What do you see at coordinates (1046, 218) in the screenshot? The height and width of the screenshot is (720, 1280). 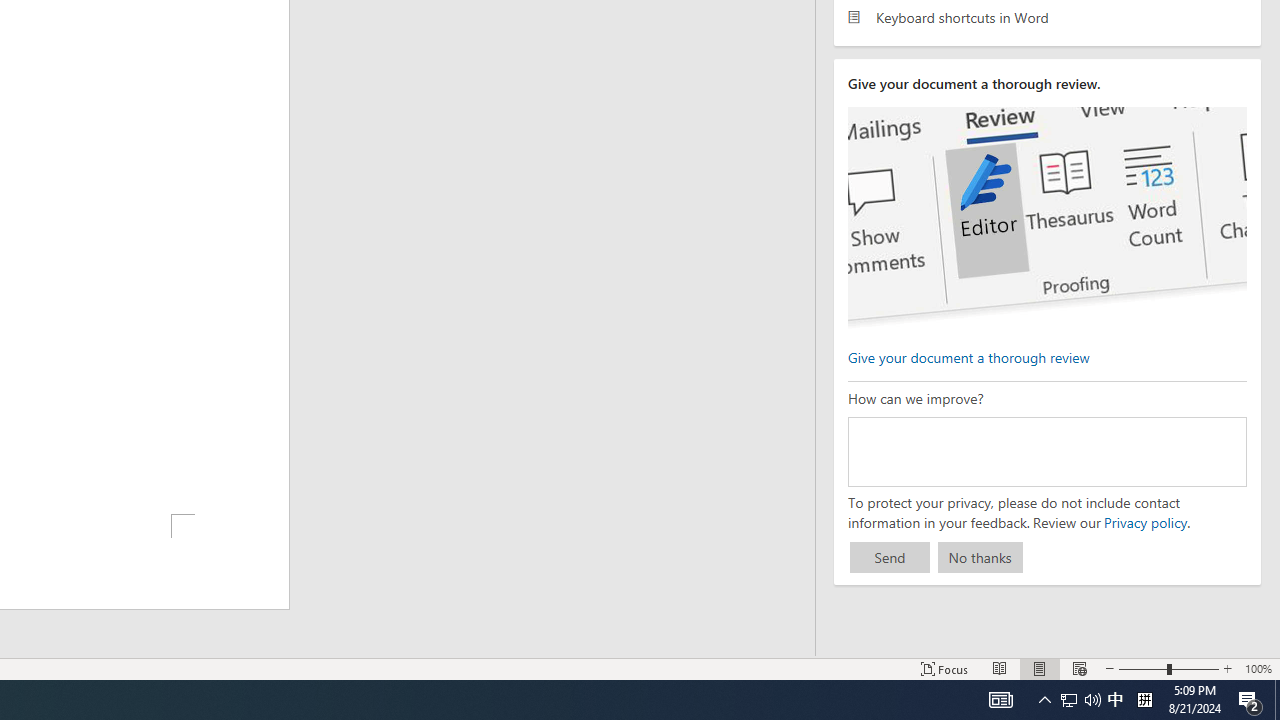 I see `'editor ui screenshot'` at bounding box center [1046, 218].